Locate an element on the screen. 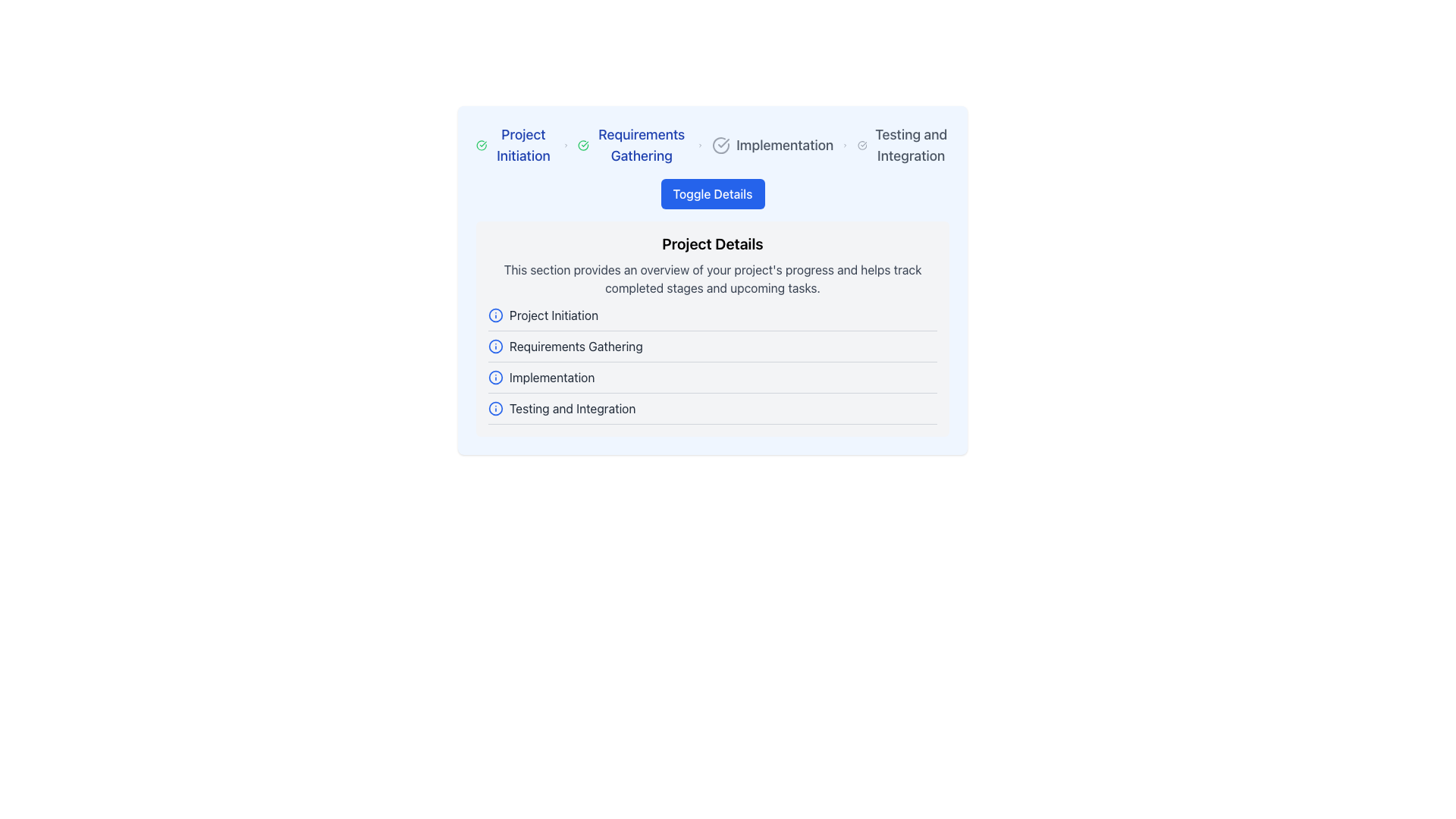 The height and width of the screenshot is (819, 1456). the non-interactive visual status indicator icon representing the successful completion of the 'Requirements Gathering' phase, which is part of the breadcrumb navigation bar is located at coordinates (582, 146).